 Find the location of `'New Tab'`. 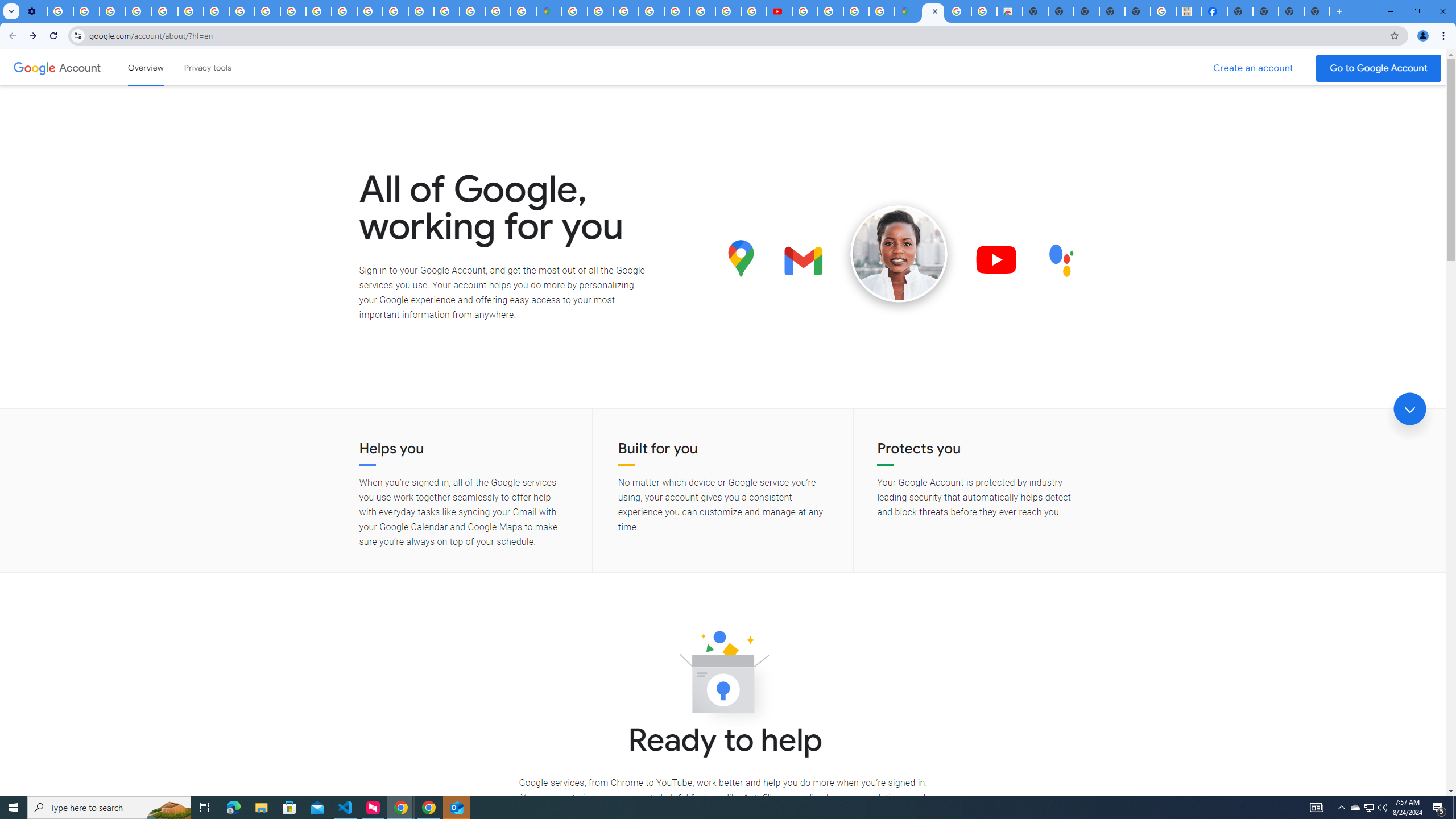

'New Tab' is located at coordinates (1317, 11).